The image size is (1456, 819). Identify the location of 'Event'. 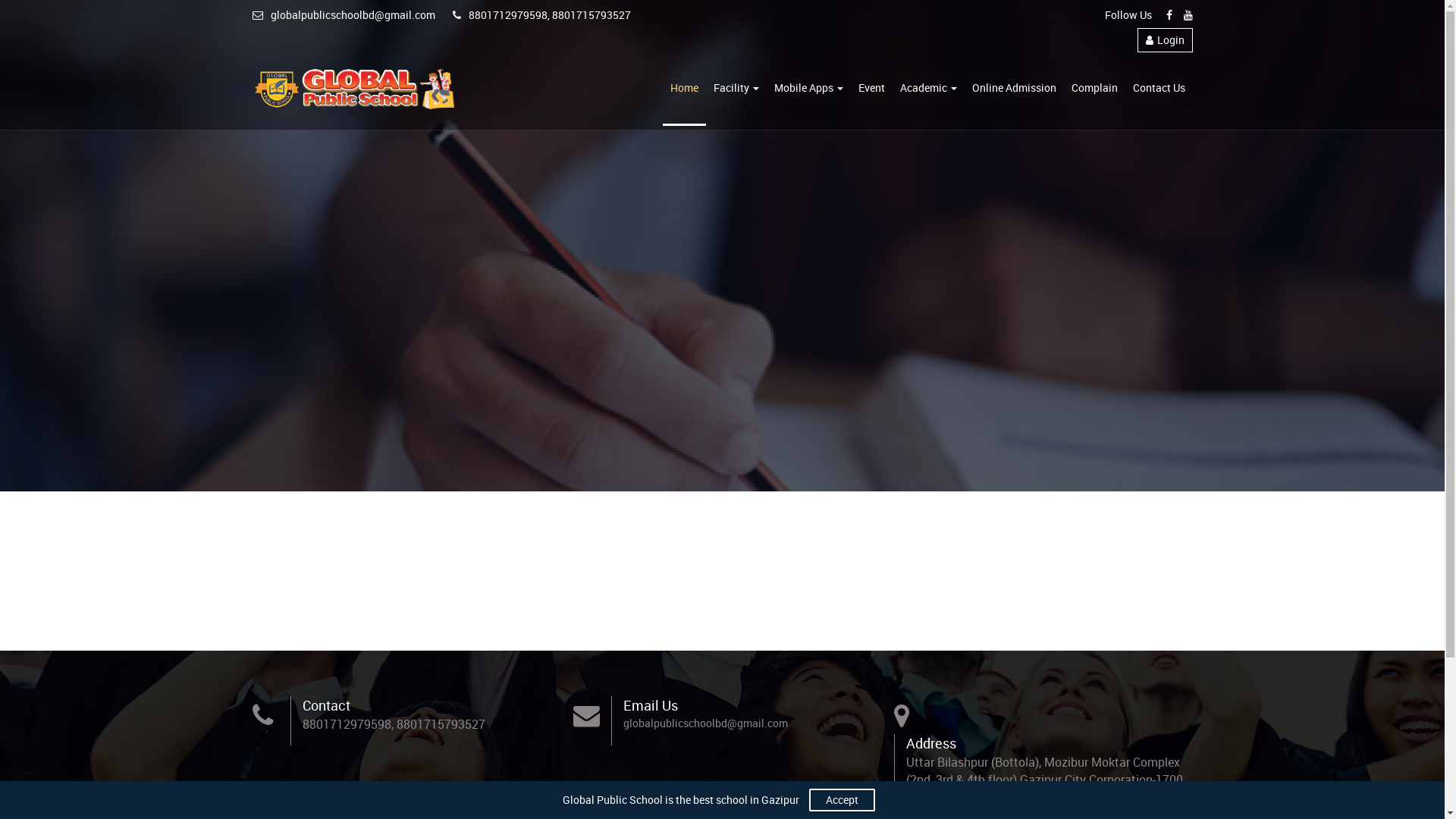
(871, 89).